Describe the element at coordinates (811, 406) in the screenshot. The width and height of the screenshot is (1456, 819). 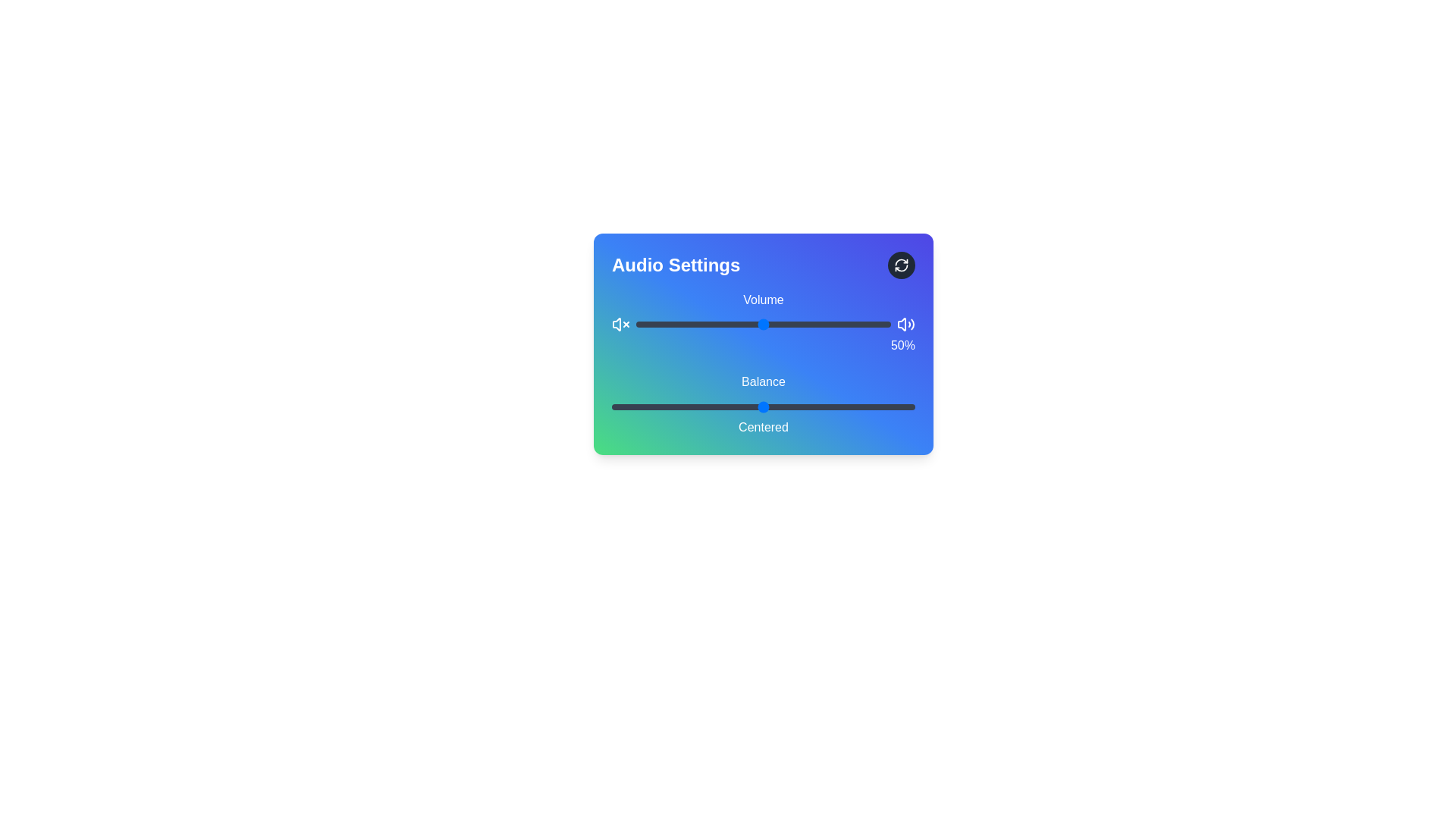
I see `the balance` at that location.